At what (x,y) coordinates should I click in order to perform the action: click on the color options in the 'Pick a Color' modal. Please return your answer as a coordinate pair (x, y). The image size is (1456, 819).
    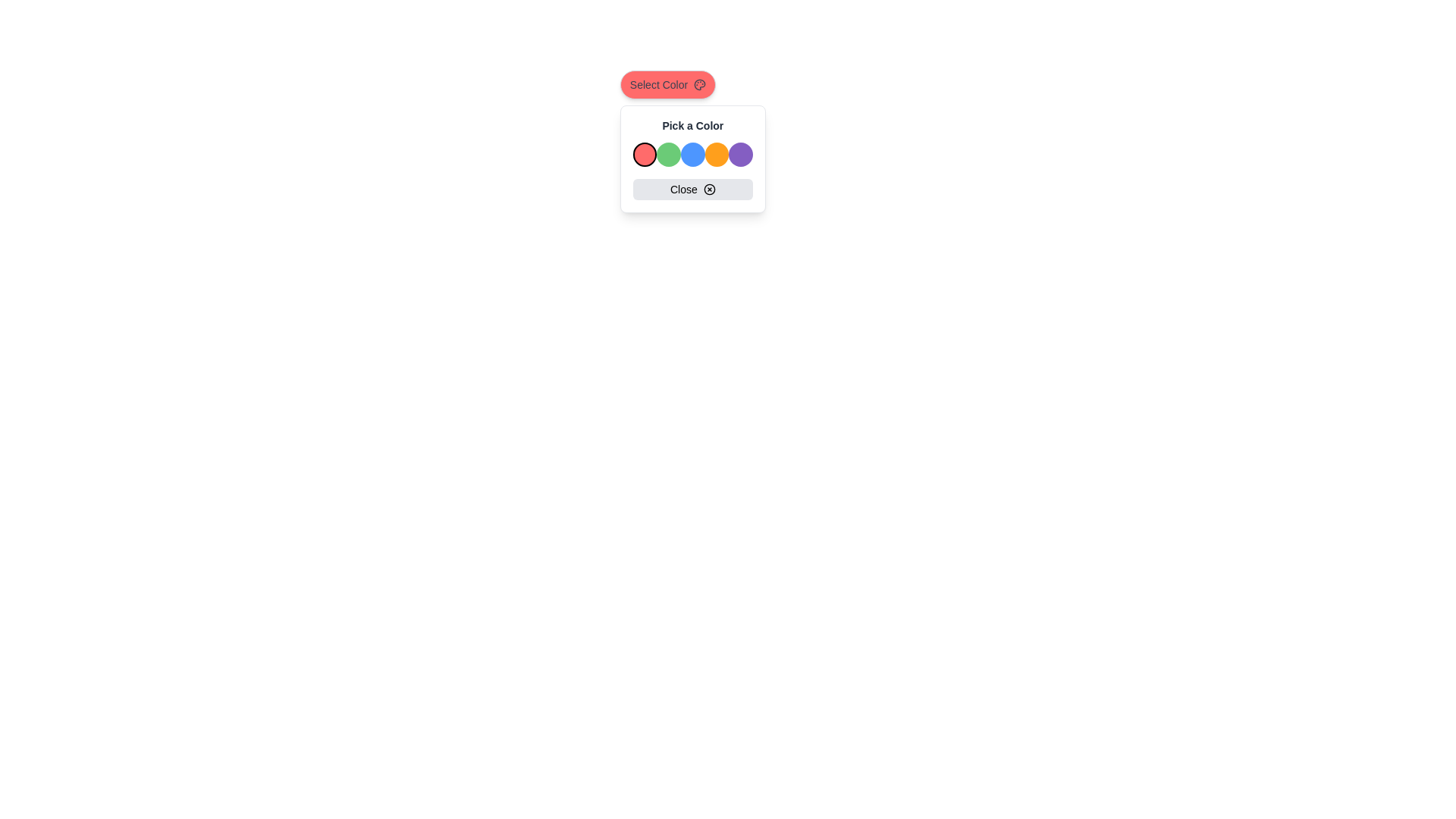
    Looking at the image, I should click on (692, 158).